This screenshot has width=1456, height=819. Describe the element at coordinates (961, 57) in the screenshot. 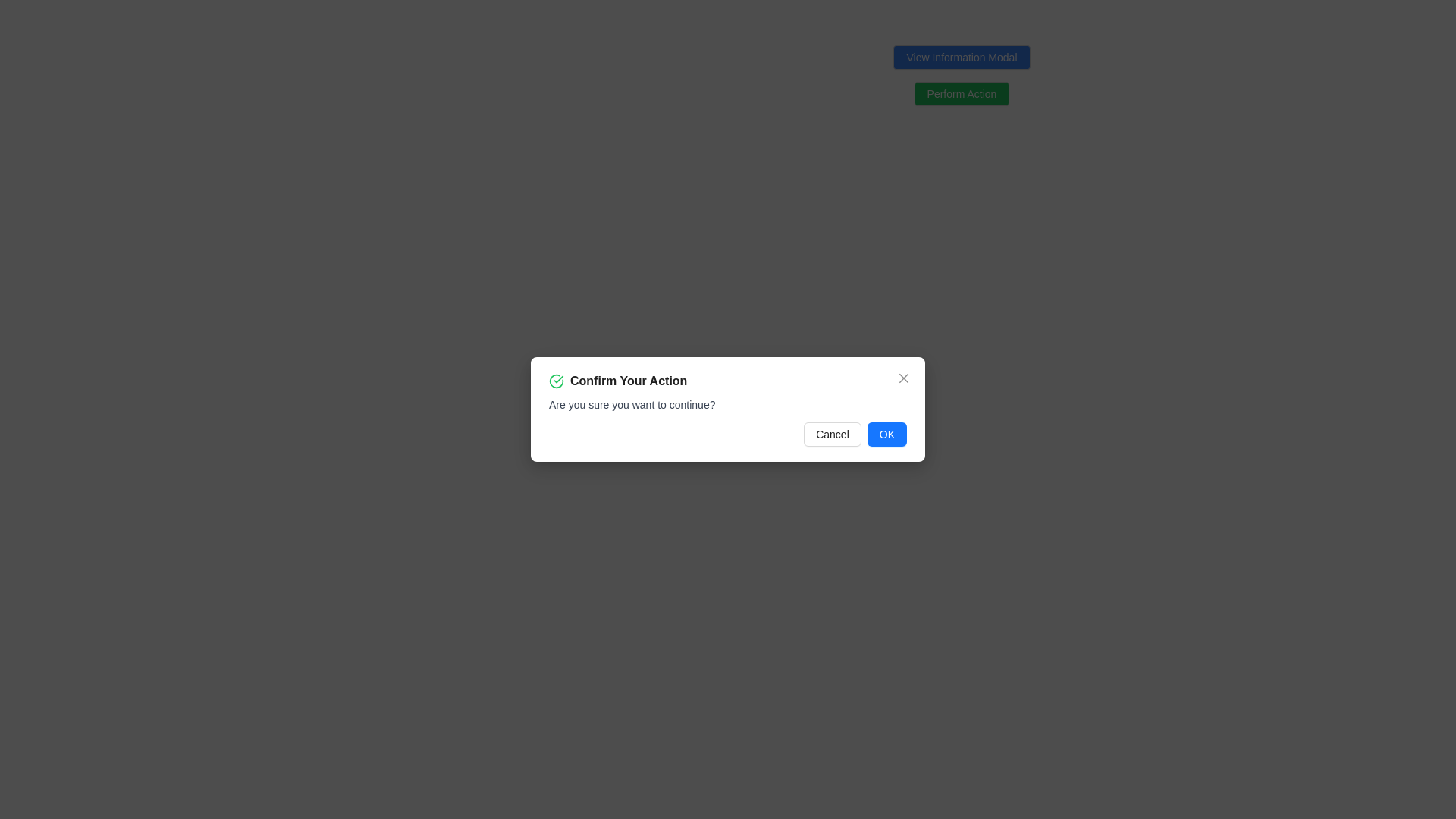

I see `the 'View Information Modal' button` at that location.